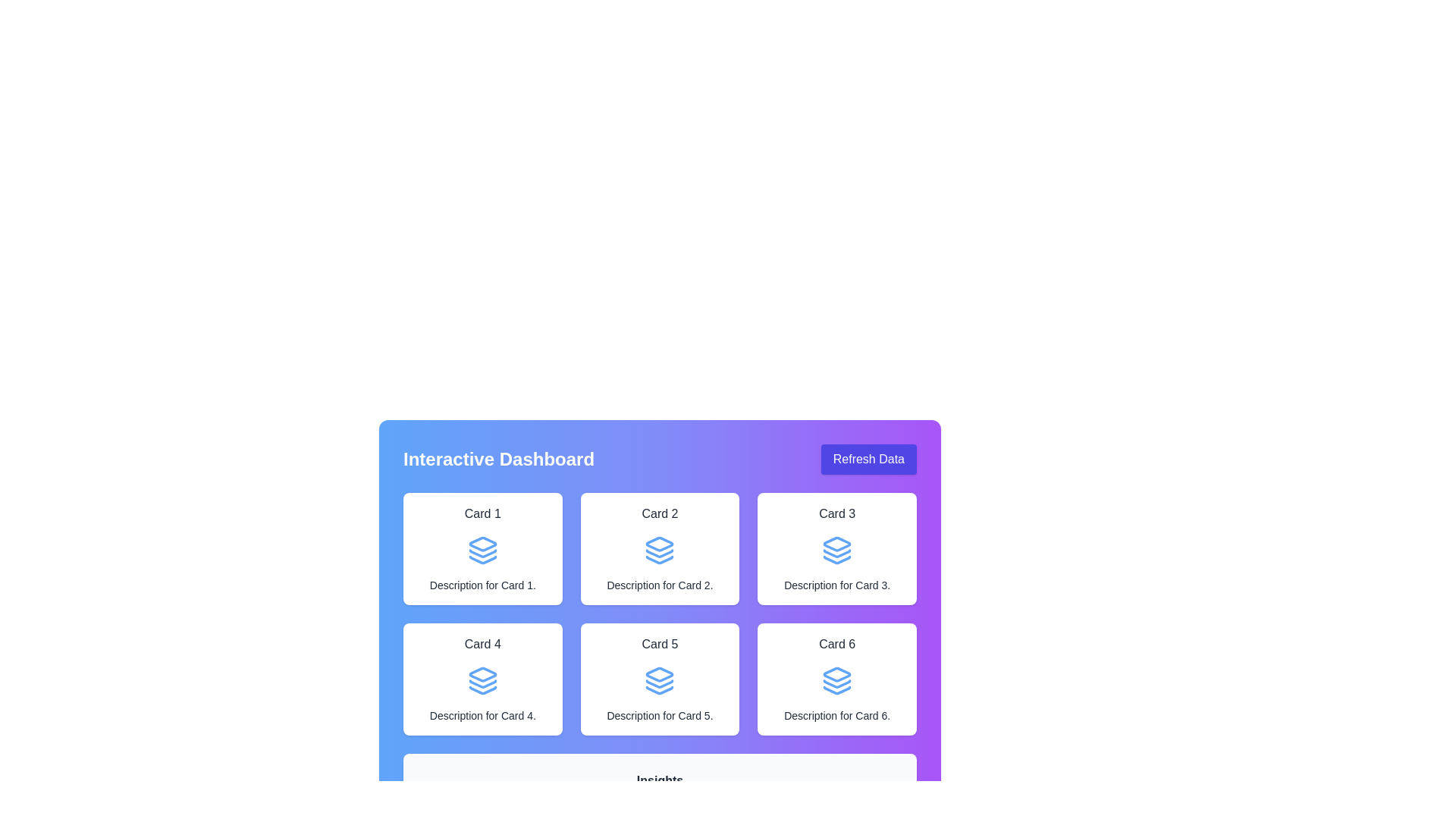 This screenshot has width=1456, height=819. Describe the element at coordinates (836, 543) in the screenshot. I see `the blue diamond graphical vector located centrally within the SVG icon above the text 'Description for Card 3' in the third card of the grid layout` at that location.